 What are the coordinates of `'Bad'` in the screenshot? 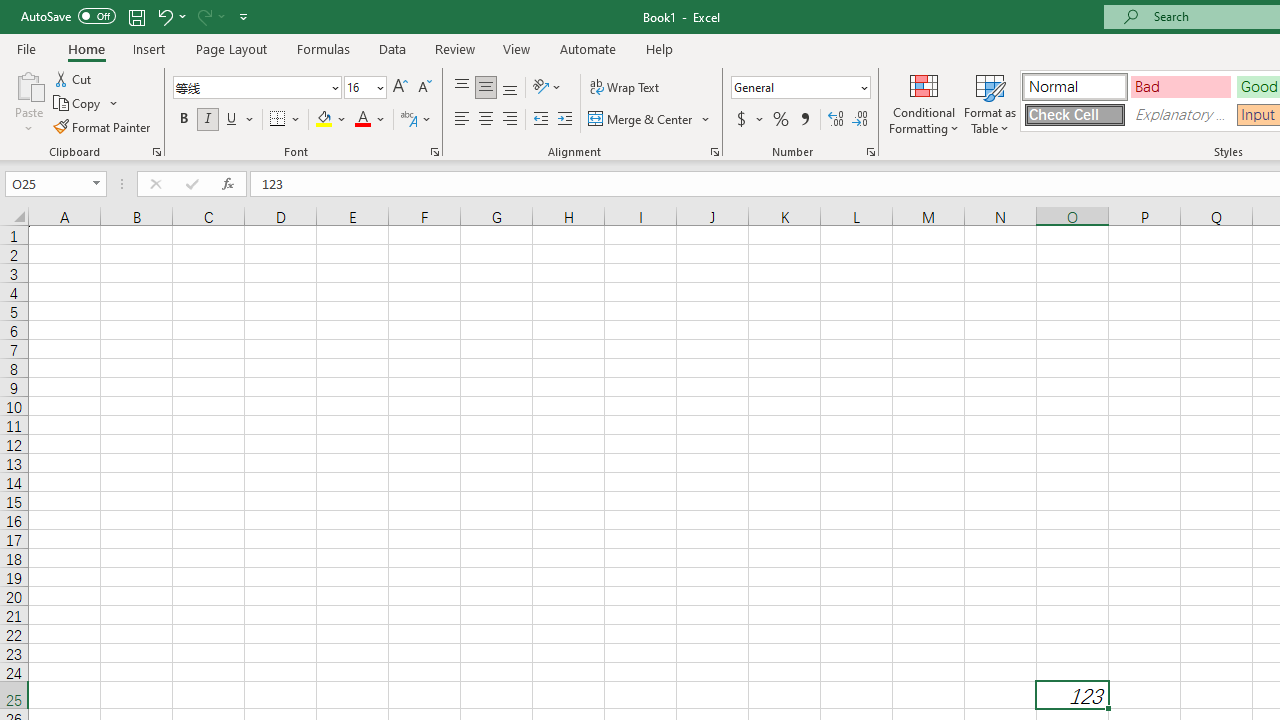 It's located at (1180, 85).